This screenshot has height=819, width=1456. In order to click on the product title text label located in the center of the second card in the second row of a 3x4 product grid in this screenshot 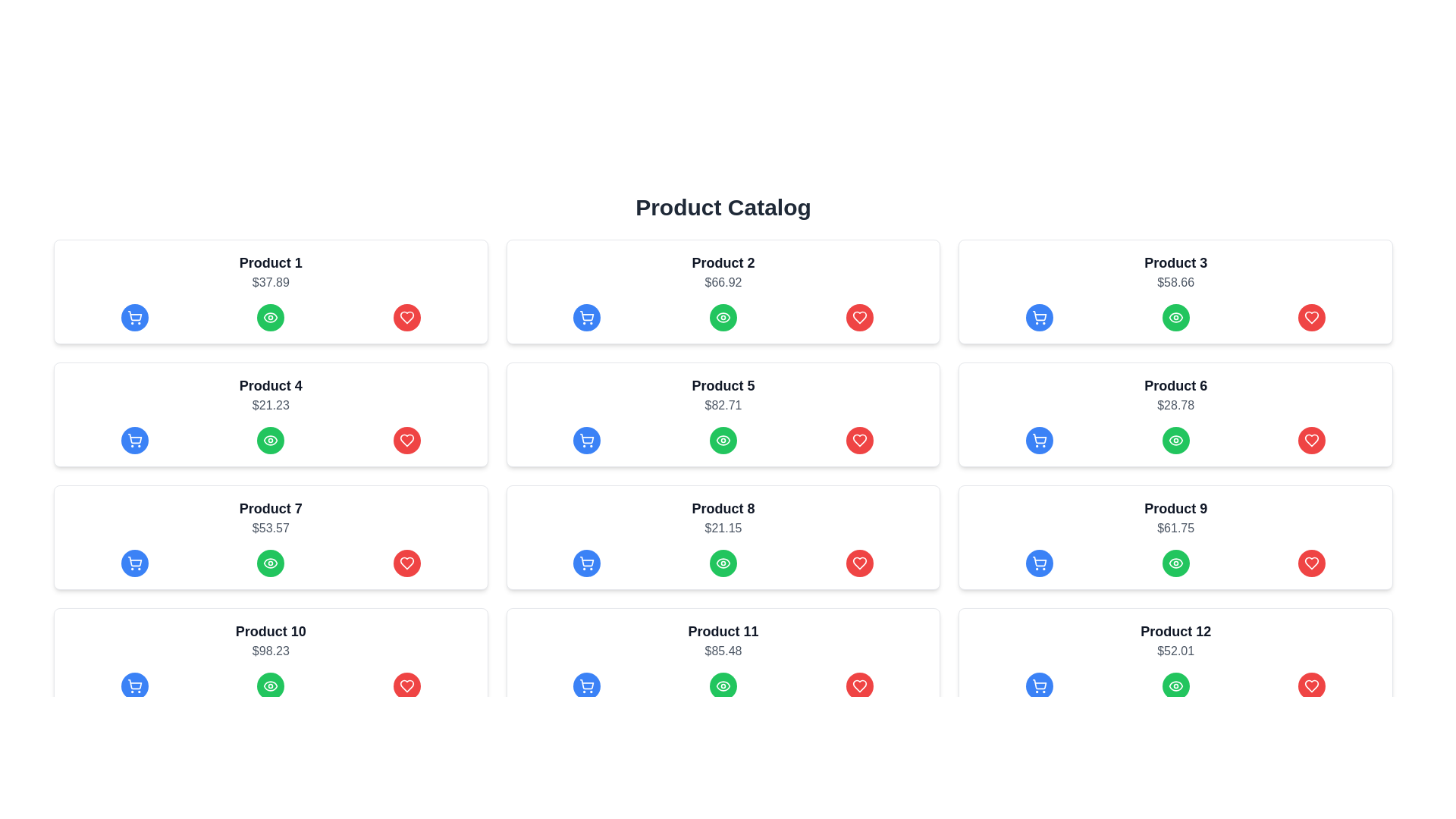, I will do `click(271, 385)`.